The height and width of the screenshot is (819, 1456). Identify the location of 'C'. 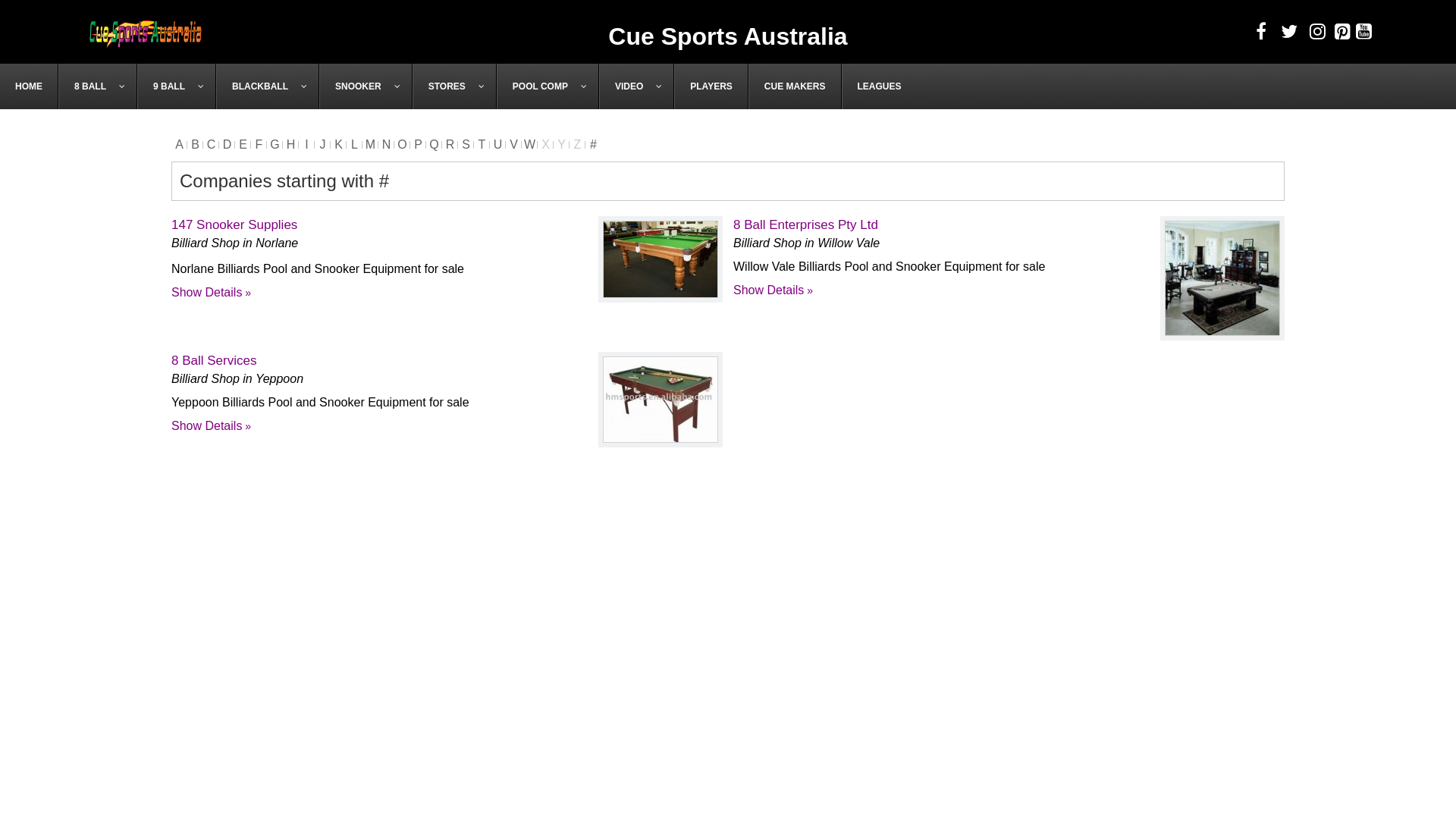
(210, 144).